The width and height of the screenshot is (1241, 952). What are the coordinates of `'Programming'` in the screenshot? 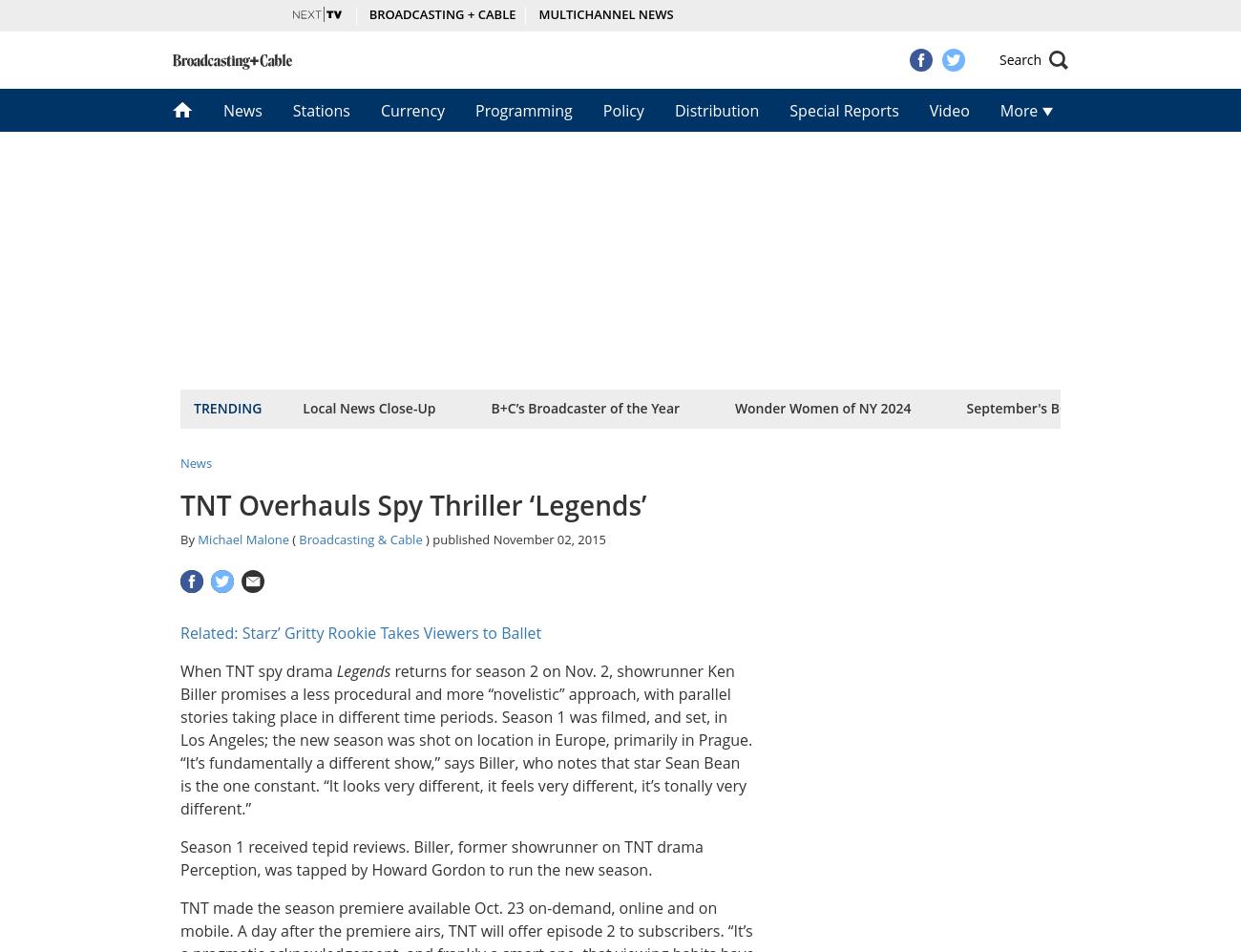 It's located at (522, 110).